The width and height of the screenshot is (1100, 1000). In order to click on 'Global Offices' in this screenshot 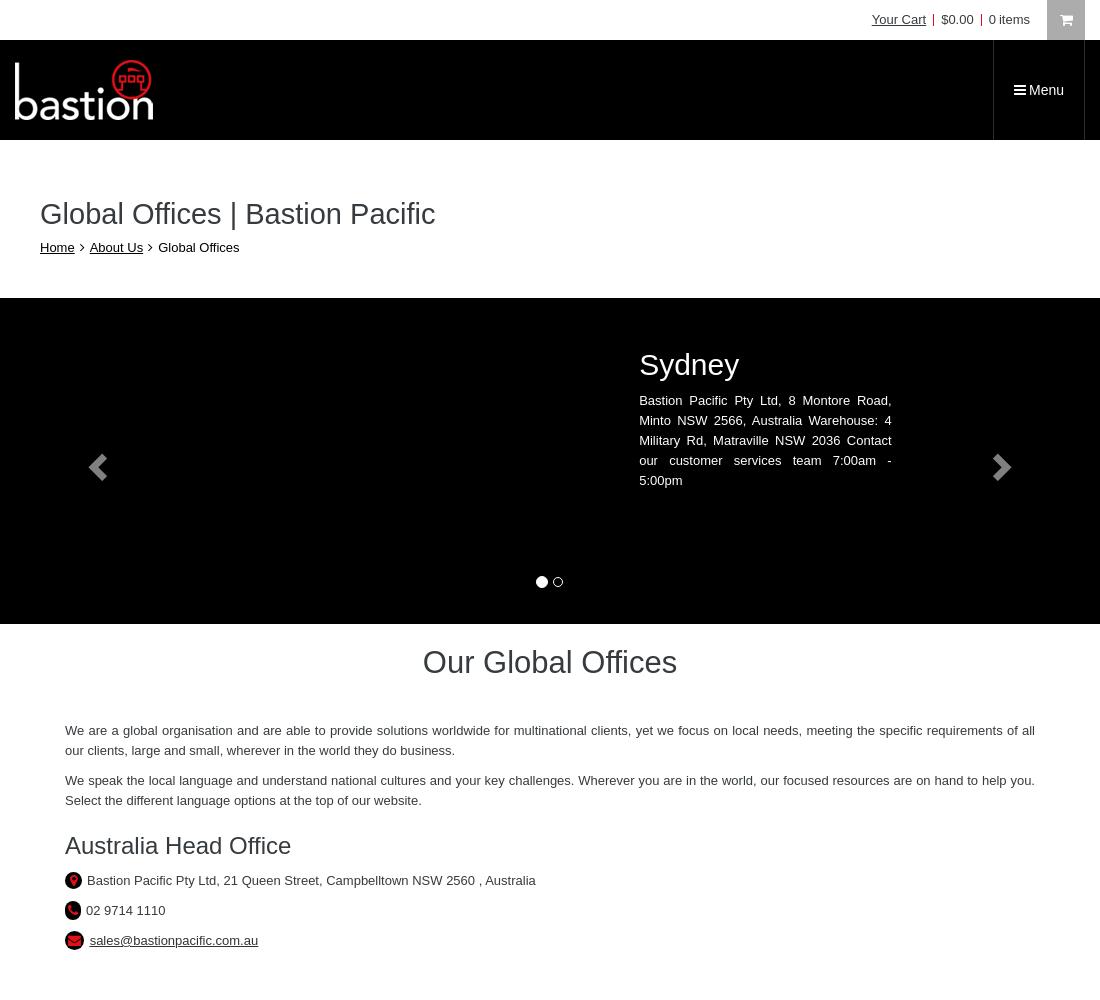, I will do `click(156, 246)`.